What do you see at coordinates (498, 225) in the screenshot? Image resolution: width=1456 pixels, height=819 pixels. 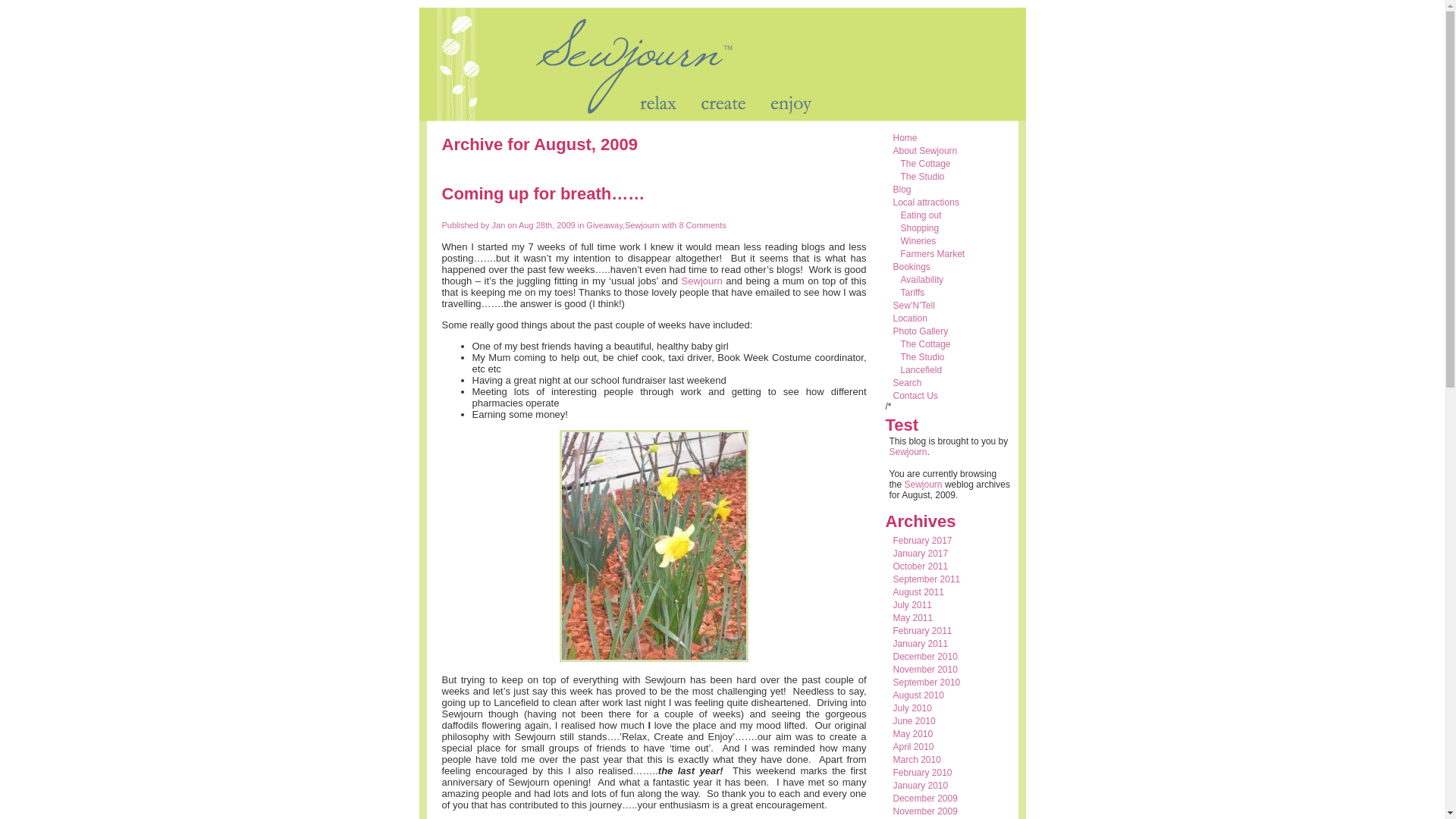 I see `'Jan'` at bounding box center [498, 225].